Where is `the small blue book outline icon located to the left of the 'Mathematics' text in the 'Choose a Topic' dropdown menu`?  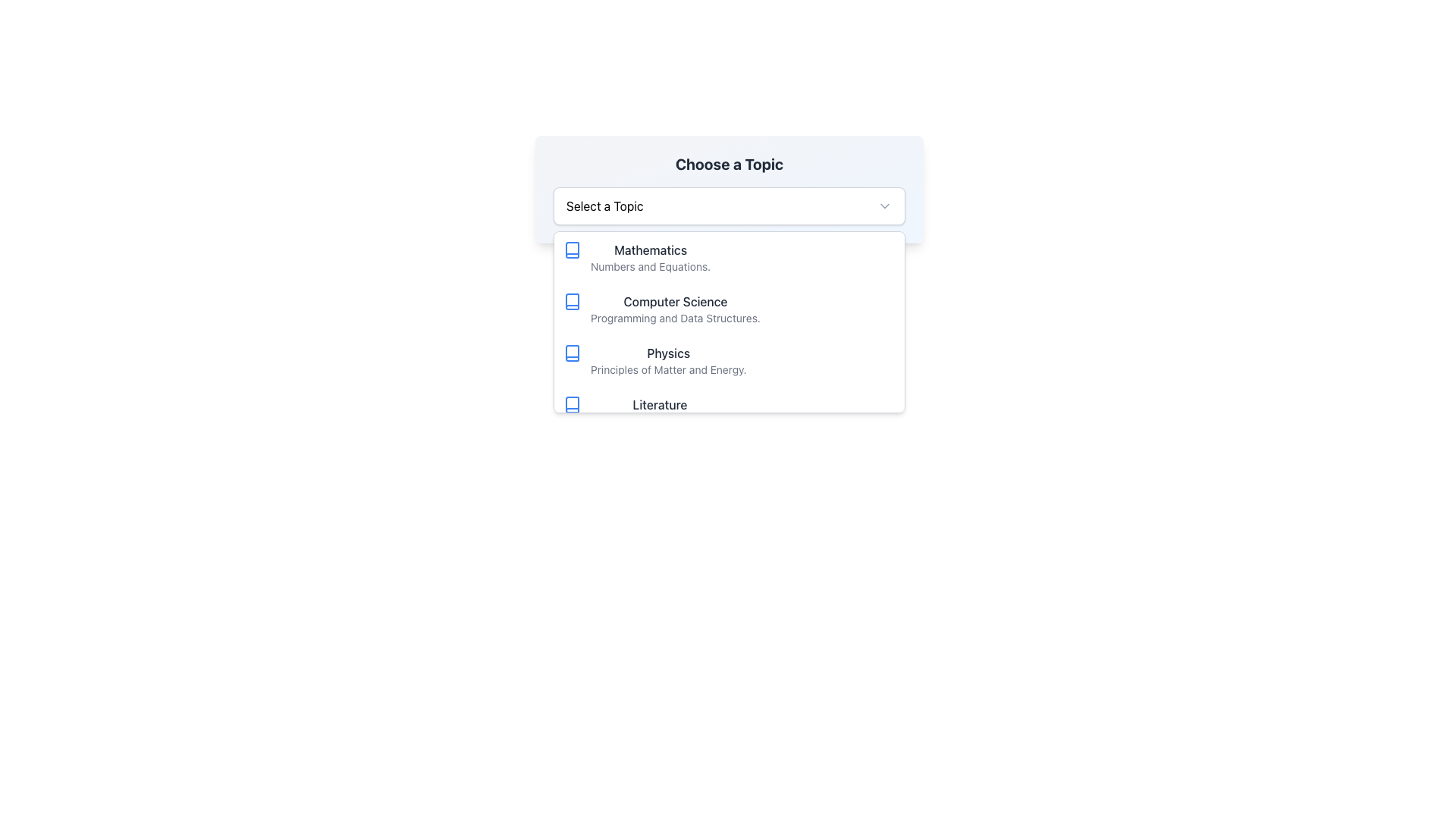
the small blue book outline icon located to the left of the 'Mathematics' text in the 'Choose a Topic' dropdown menu is located at coordinates (571, 249).